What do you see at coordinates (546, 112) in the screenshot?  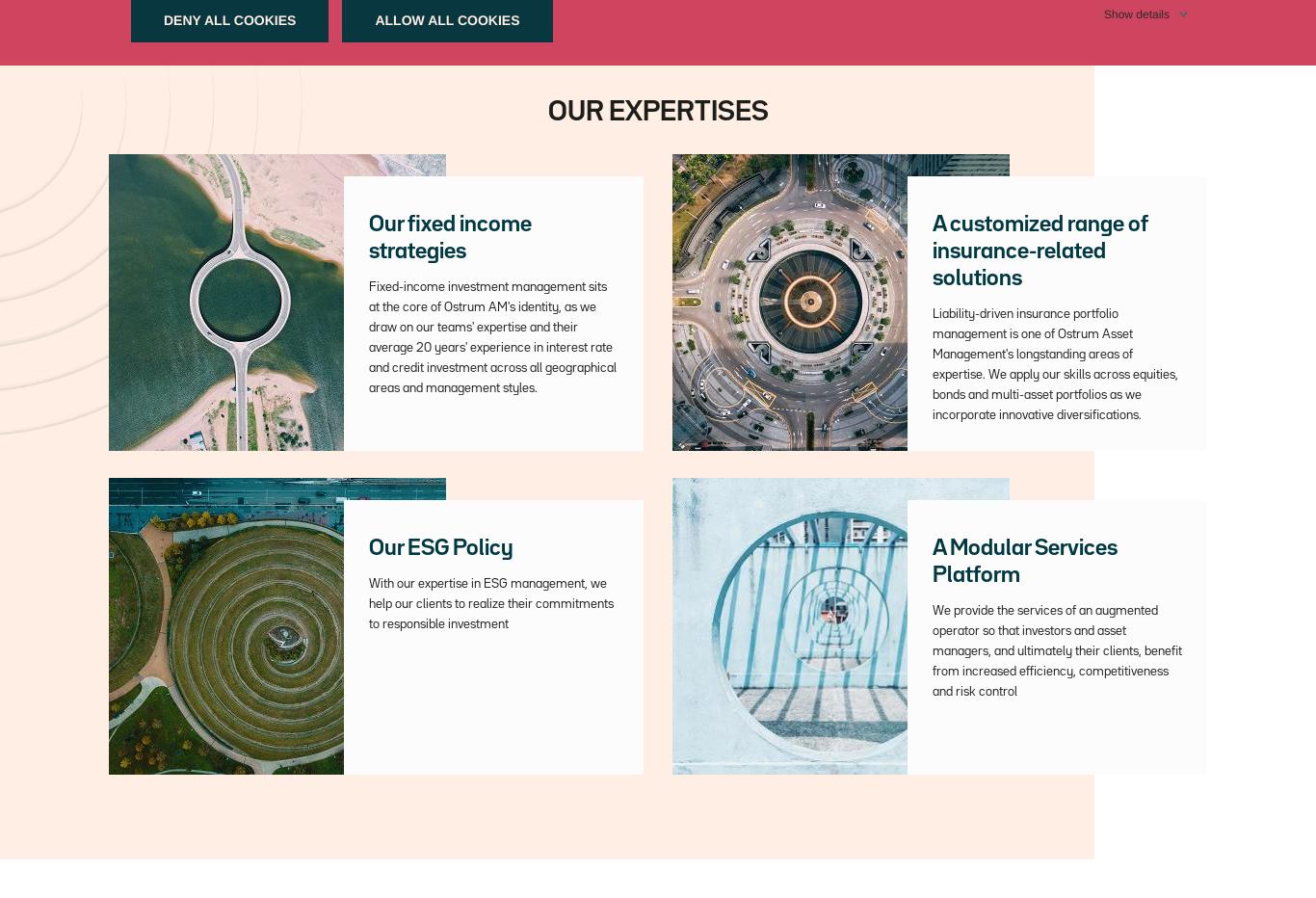 I see `'Our expertises'` at bounding box center [546, 112].